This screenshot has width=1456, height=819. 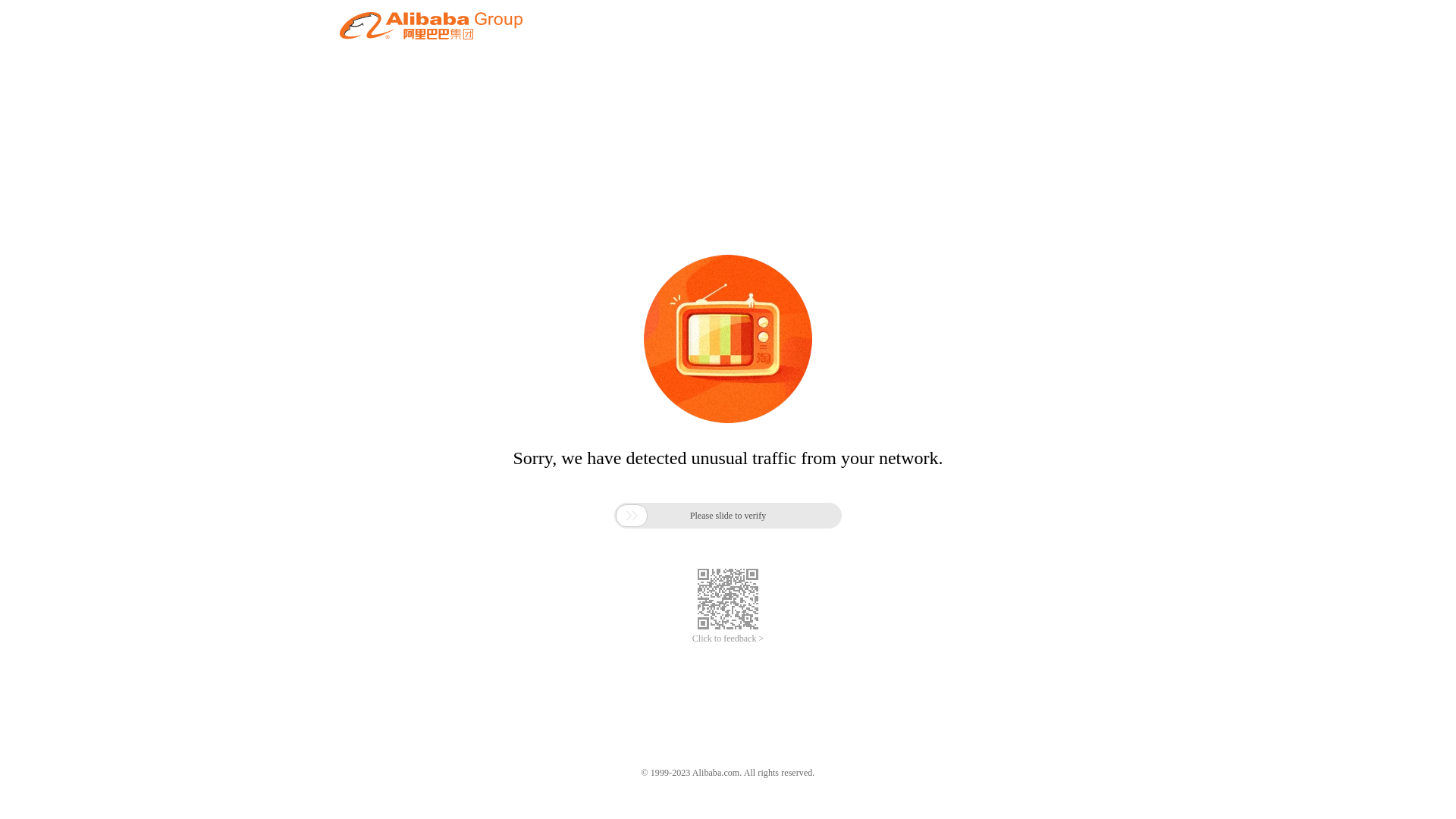 What do you see at coordinates (728, 639) in the screenshot?
I see `'Click to feedback >'` at bounding box center [728, 639].